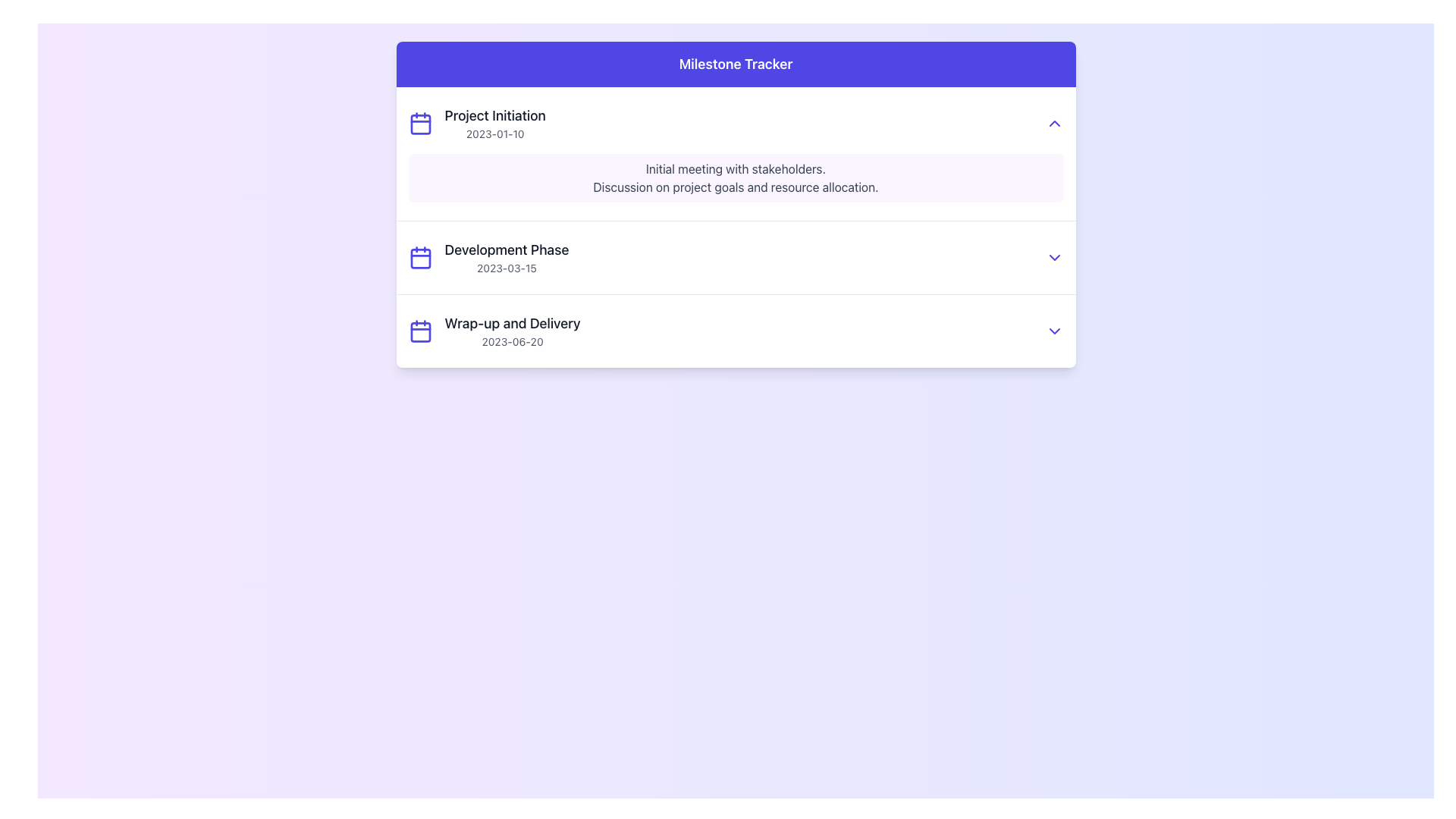  Describe the element at coordinates (420, 122) in the screenshot. I see `the blue calendar icon with rounded edges located to the left of the text 'Project Initiation' and aligned with '2023-01-10'` at that location.